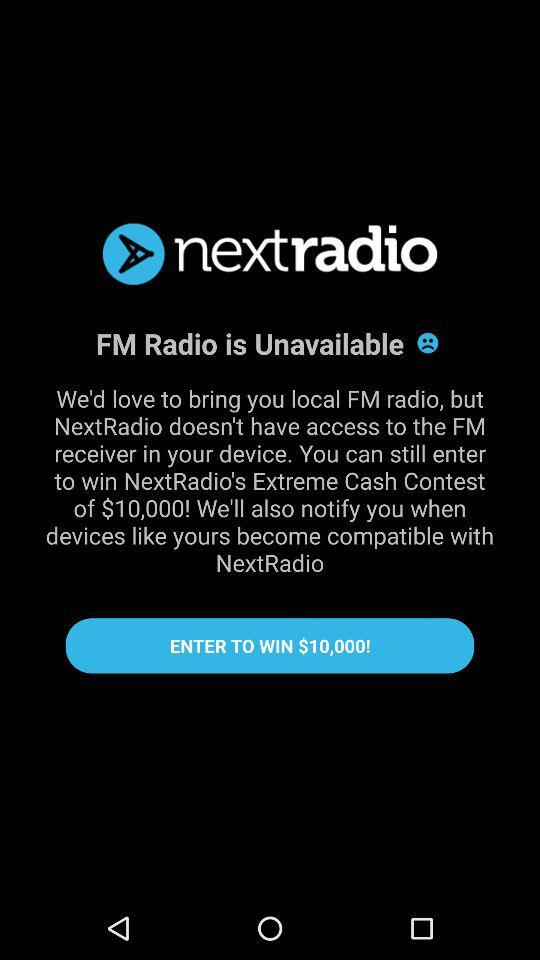 The height and width of the screenshot is (960, 540). I want to click on go directly to radio app, so click(270, 253).